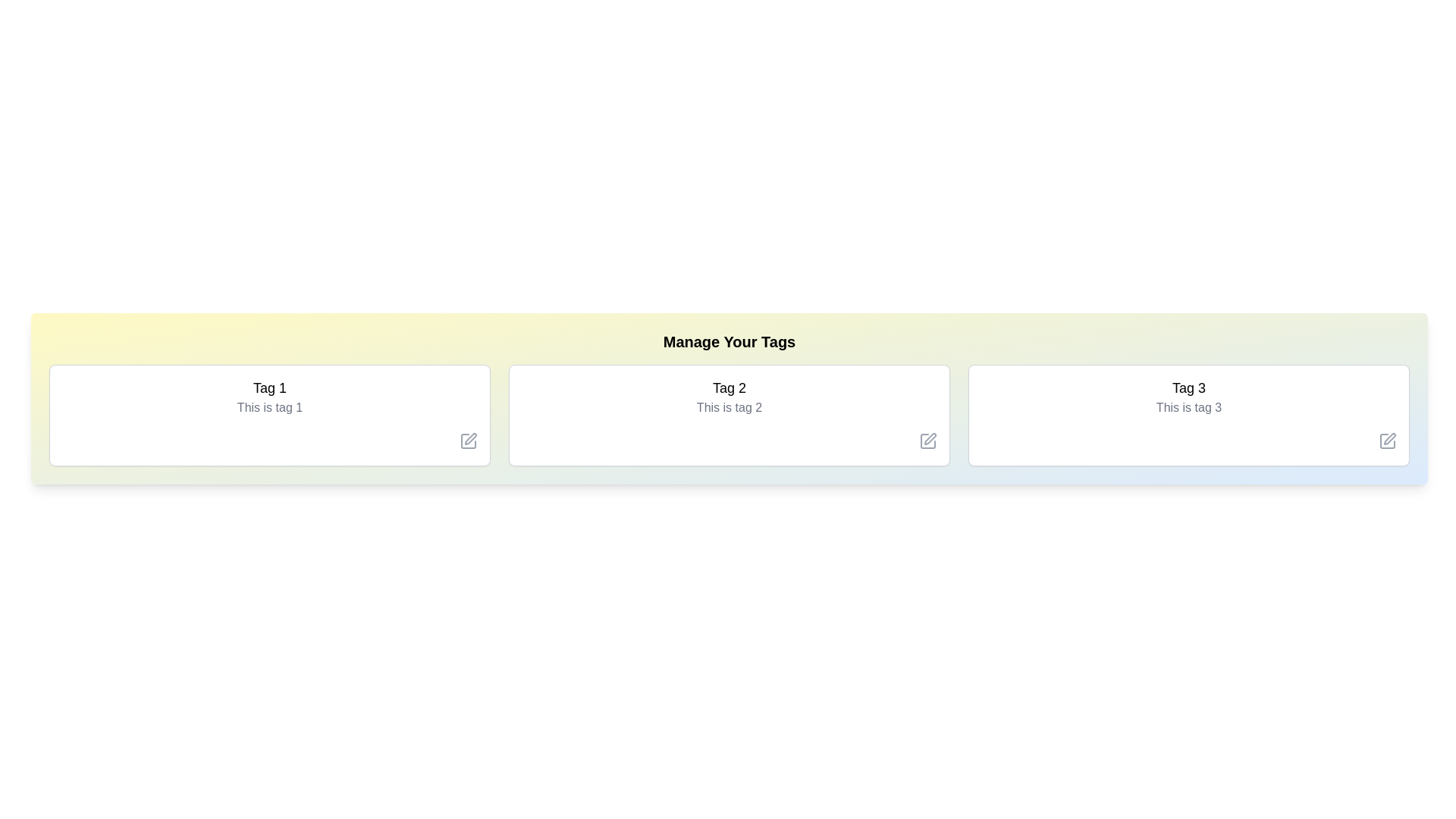  What do you see at coordinates (1387, 441) in the screenshot?
I see `the 'Edit' icon for the tag with label Tag 3` at bounding box center [1387, 441].